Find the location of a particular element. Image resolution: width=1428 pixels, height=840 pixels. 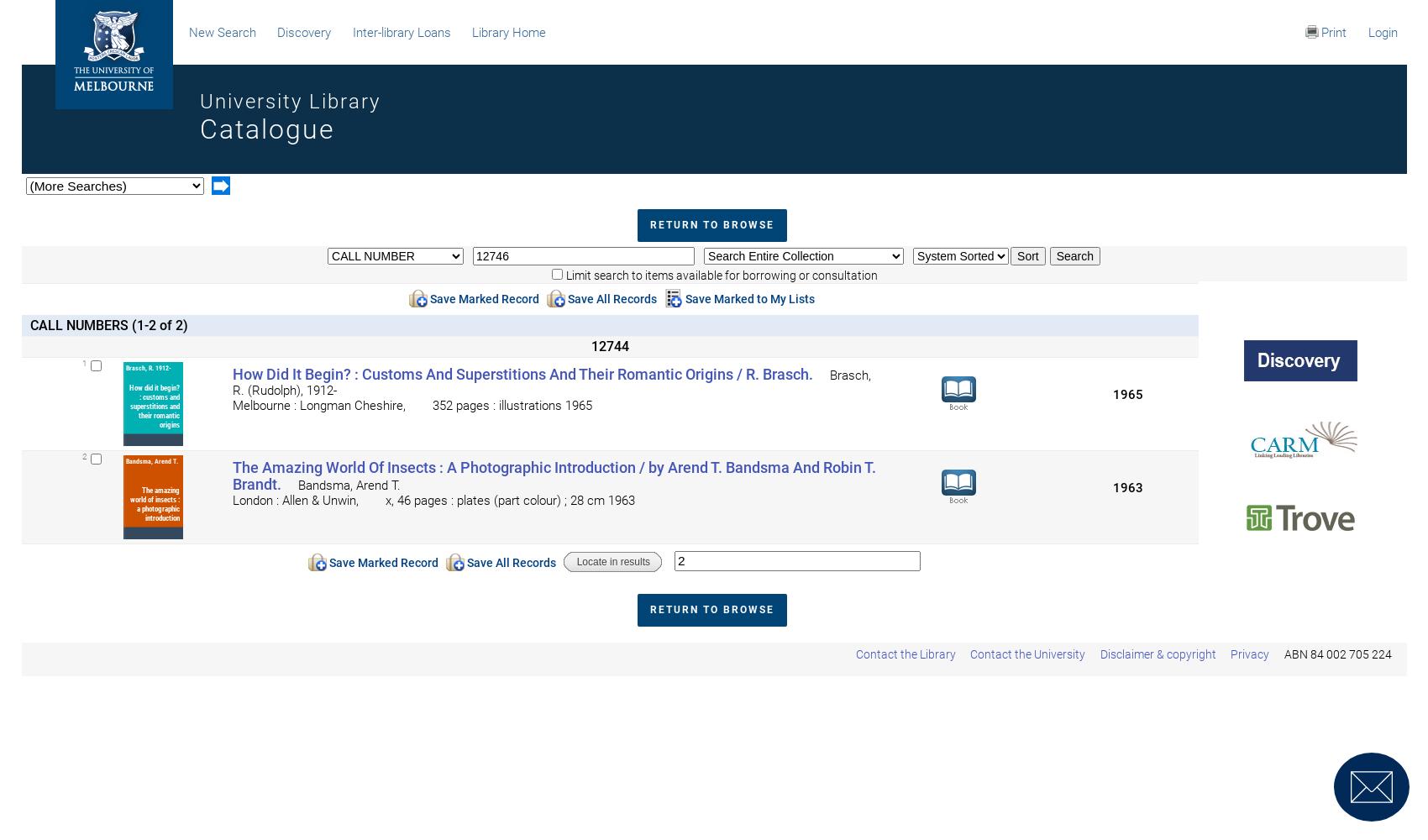

'Library Home' is located at coordinates (508, 33).